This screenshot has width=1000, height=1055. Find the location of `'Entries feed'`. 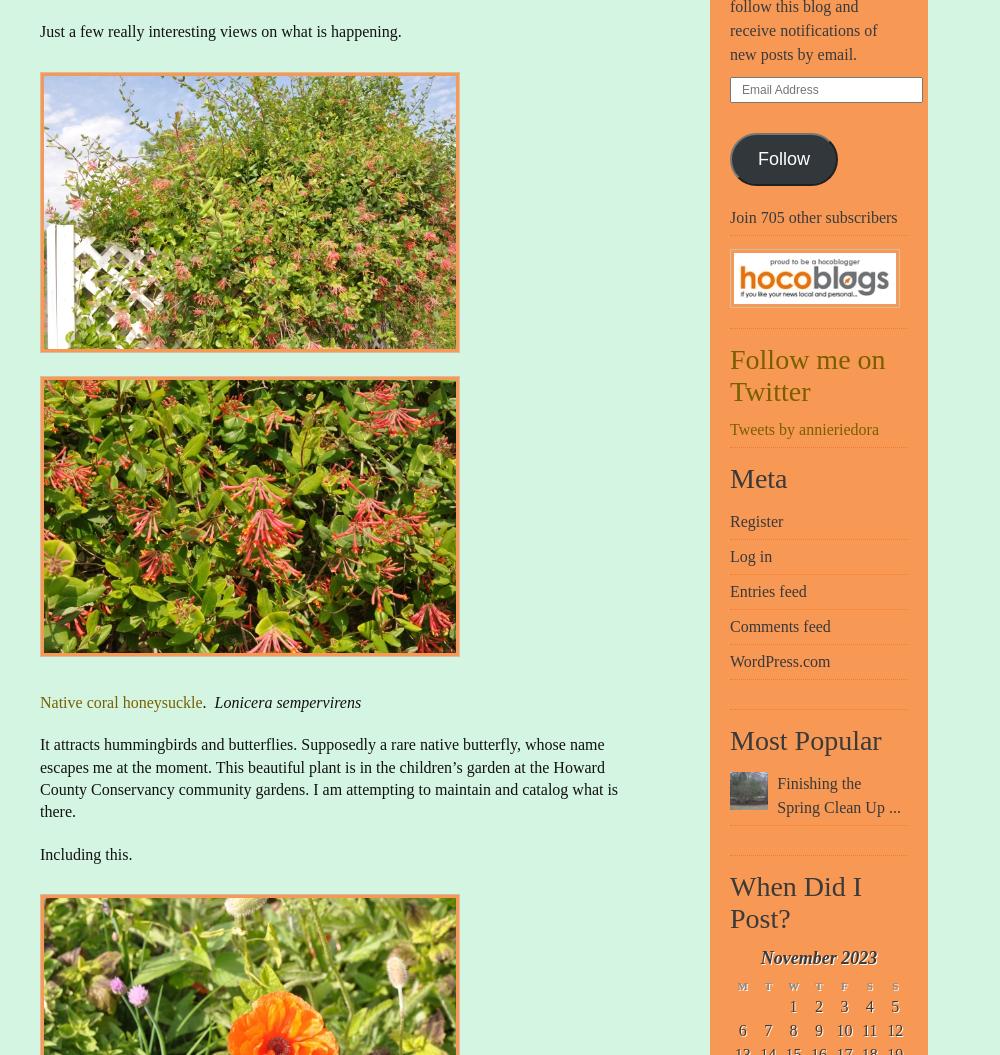

'Entries feed' is located at coordinates (768, 591).